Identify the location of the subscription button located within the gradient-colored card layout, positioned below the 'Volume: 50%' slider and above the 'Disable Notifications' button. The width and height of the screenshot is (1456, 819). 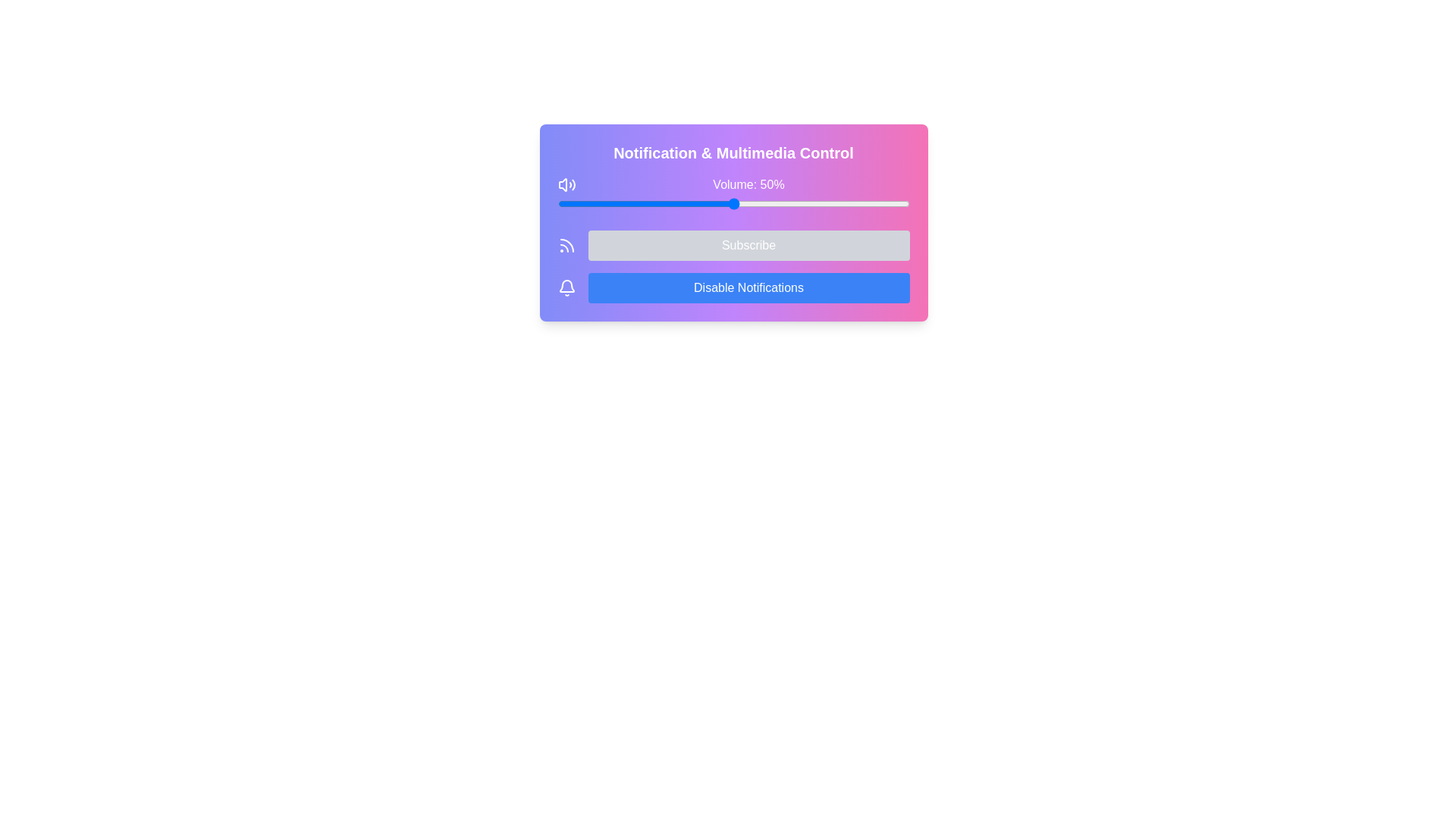
(733, 245).